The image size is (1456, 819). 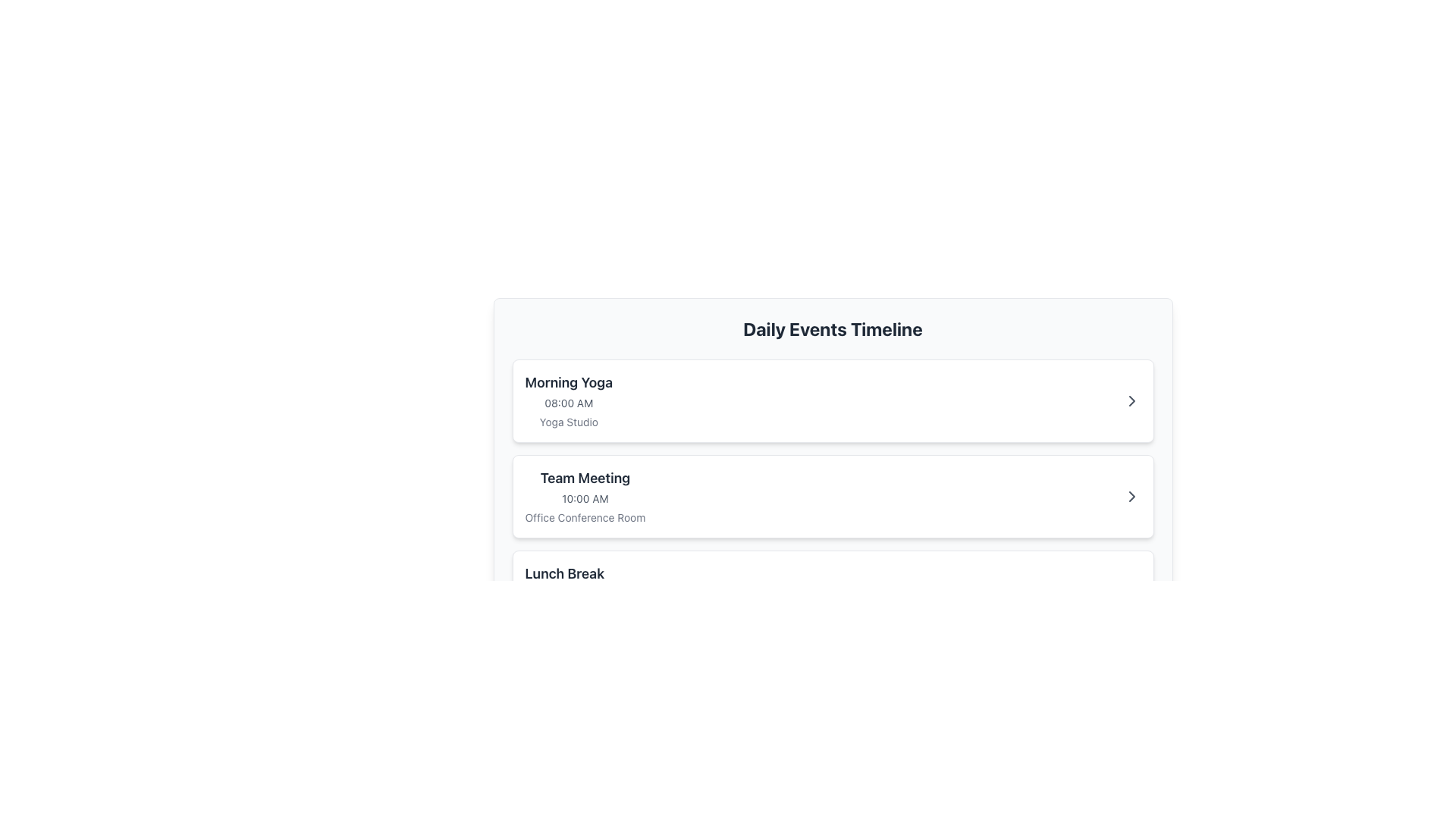 What do you see at coordinates (584, 498) in the screenshot?
I see `the text label displaying the scheduled time for the 'Team Meeting' event, located between the title and location labels` at bounding box center [584, 498].